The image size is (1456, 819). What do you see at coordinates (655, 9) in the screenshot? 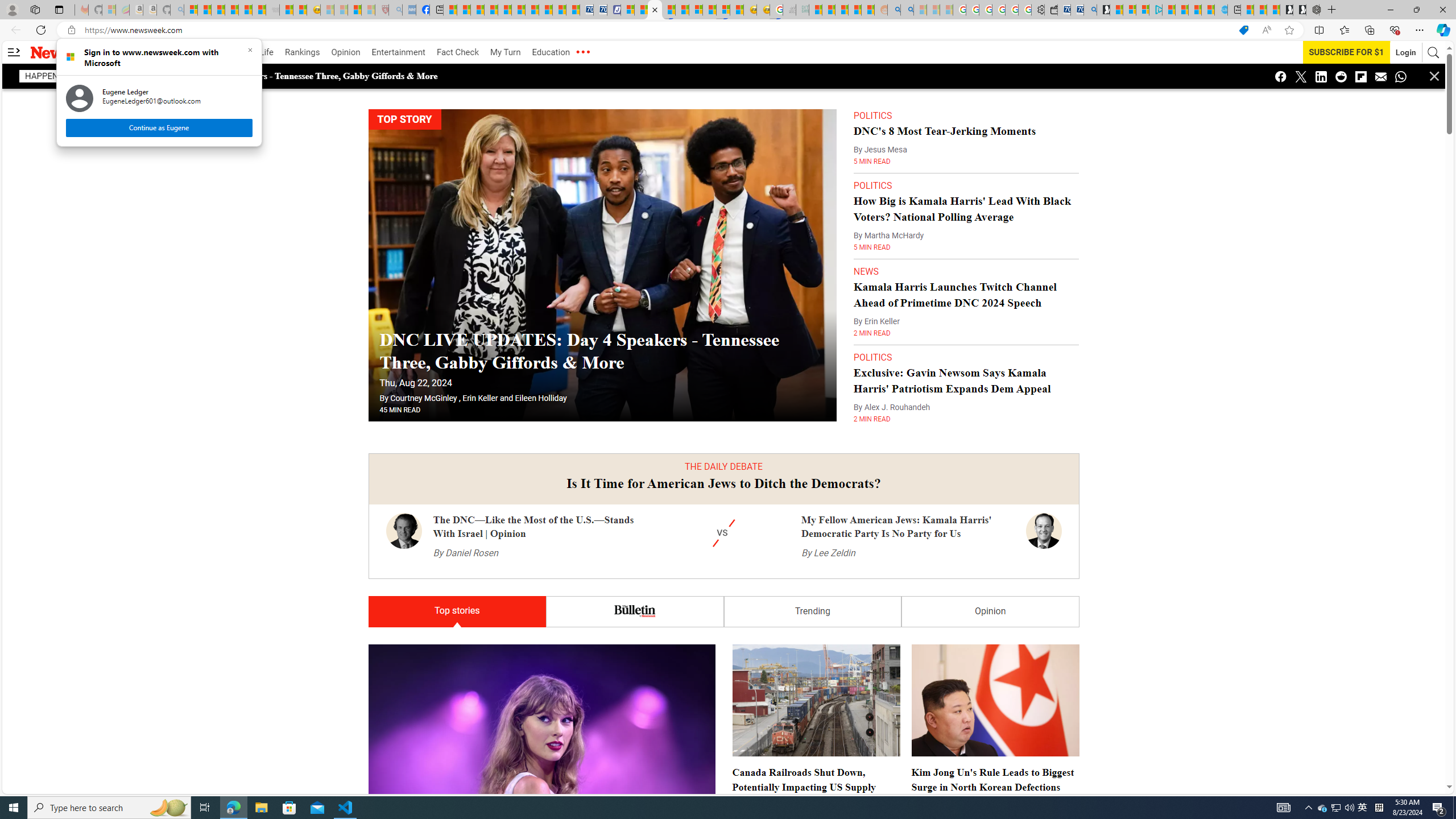
I see `'Newsweek - News, Analysis, Politics, Business, Technology'` at bounding box center [655, 9].